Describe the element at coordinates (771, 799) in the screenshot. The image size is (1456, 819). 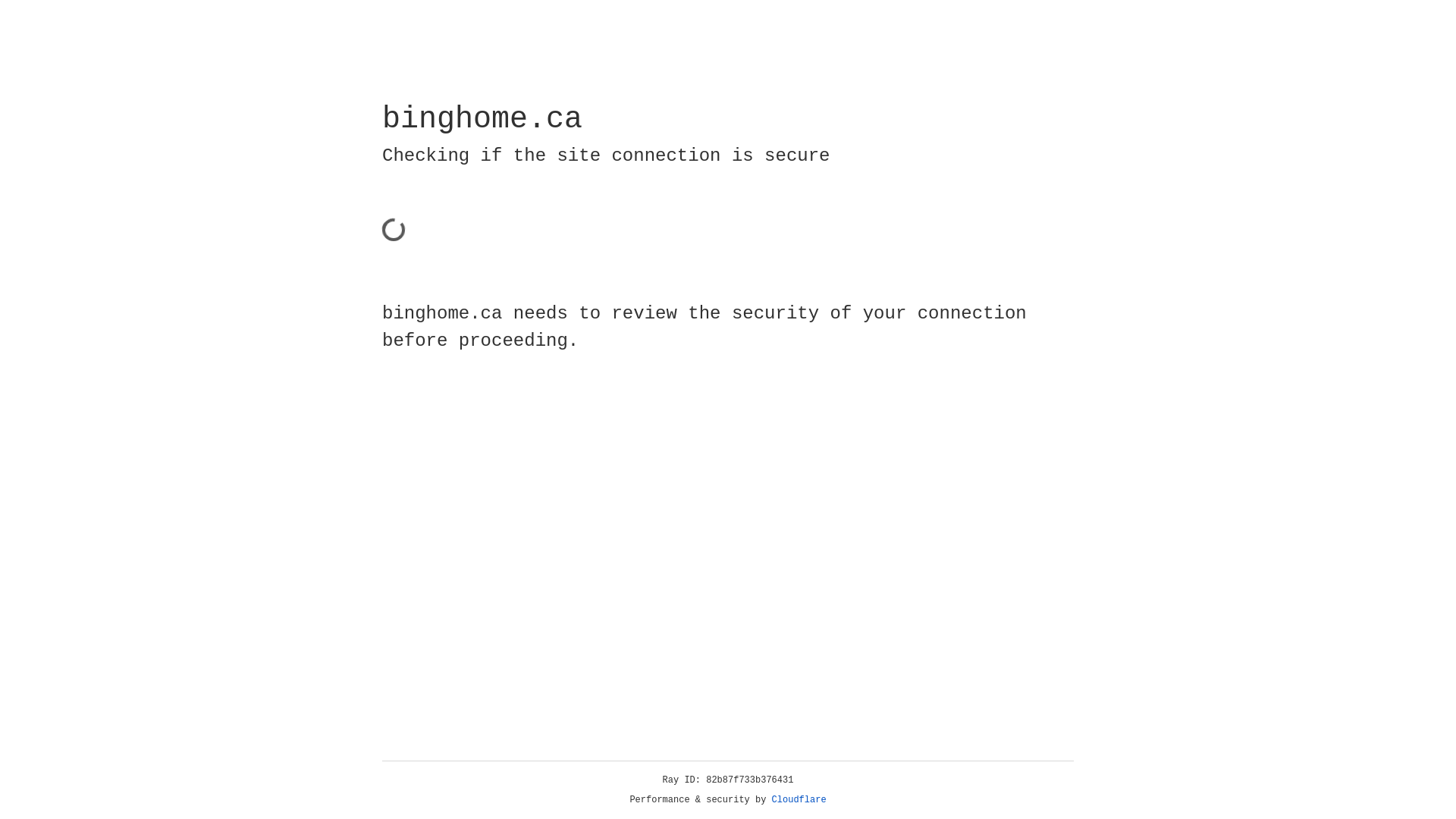
I see `'Cloudflare'` at that location.